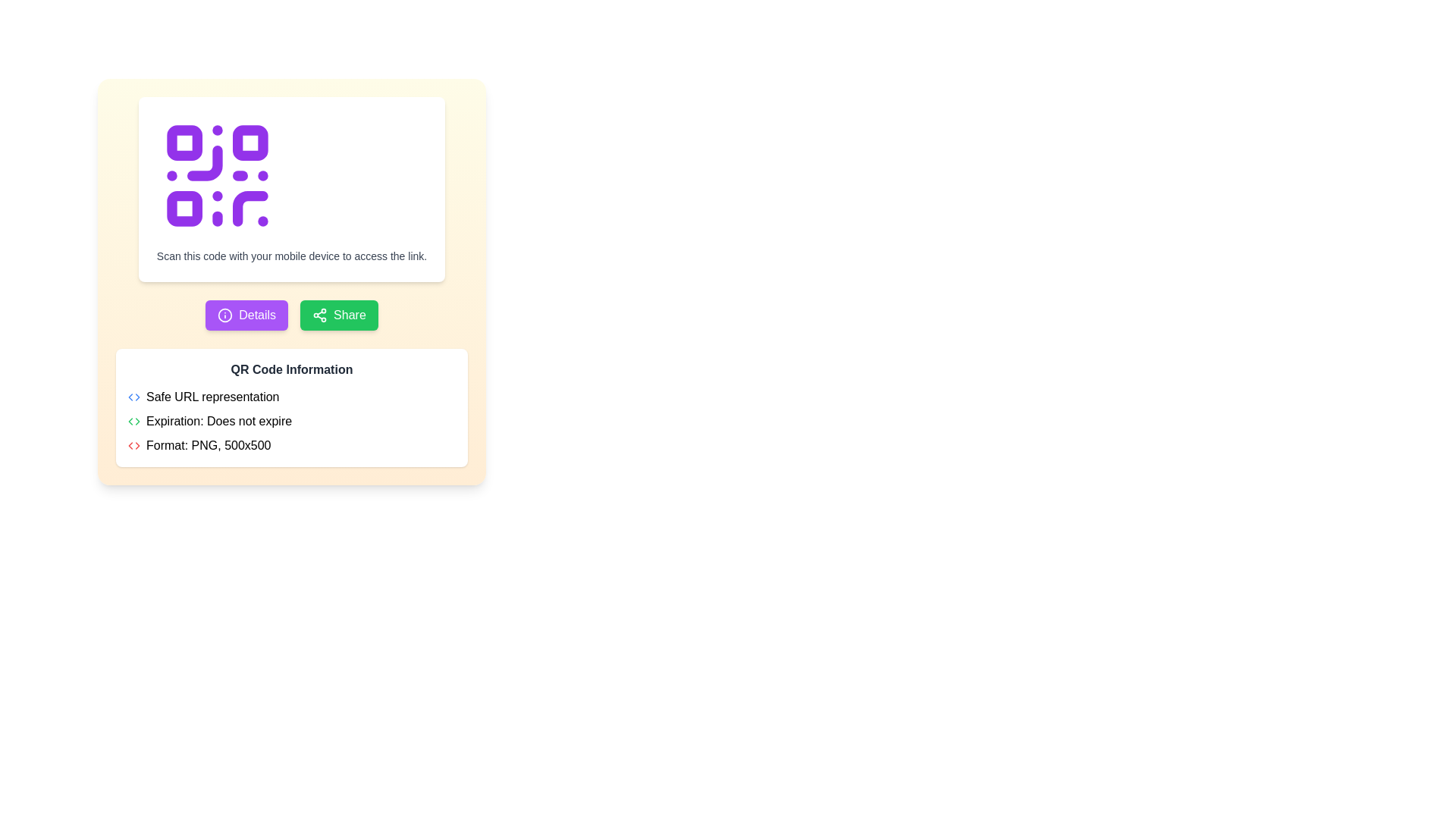 The height and width of the screenshot is (819, 1456). Describe the element at coordinates (319, 315) in the screenshot. I see `the icon representing the share functionality located within the green 'Share' button` at that location.